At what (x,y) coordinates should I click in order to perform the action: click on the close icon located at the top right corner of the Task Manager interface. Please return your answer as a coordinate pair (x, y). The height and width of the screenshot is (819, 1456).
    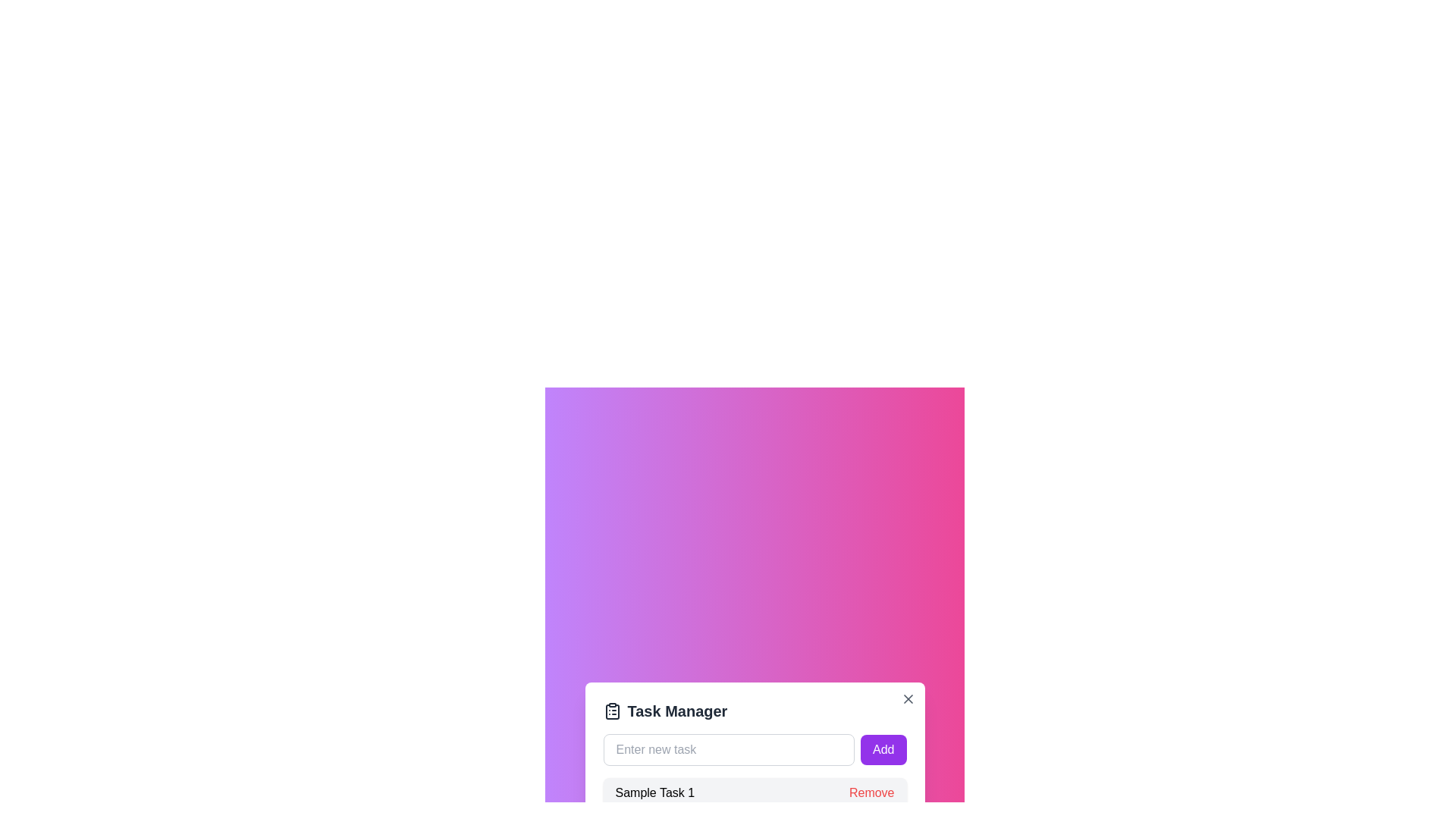
    Looking at the image, I should click on (908, 698).